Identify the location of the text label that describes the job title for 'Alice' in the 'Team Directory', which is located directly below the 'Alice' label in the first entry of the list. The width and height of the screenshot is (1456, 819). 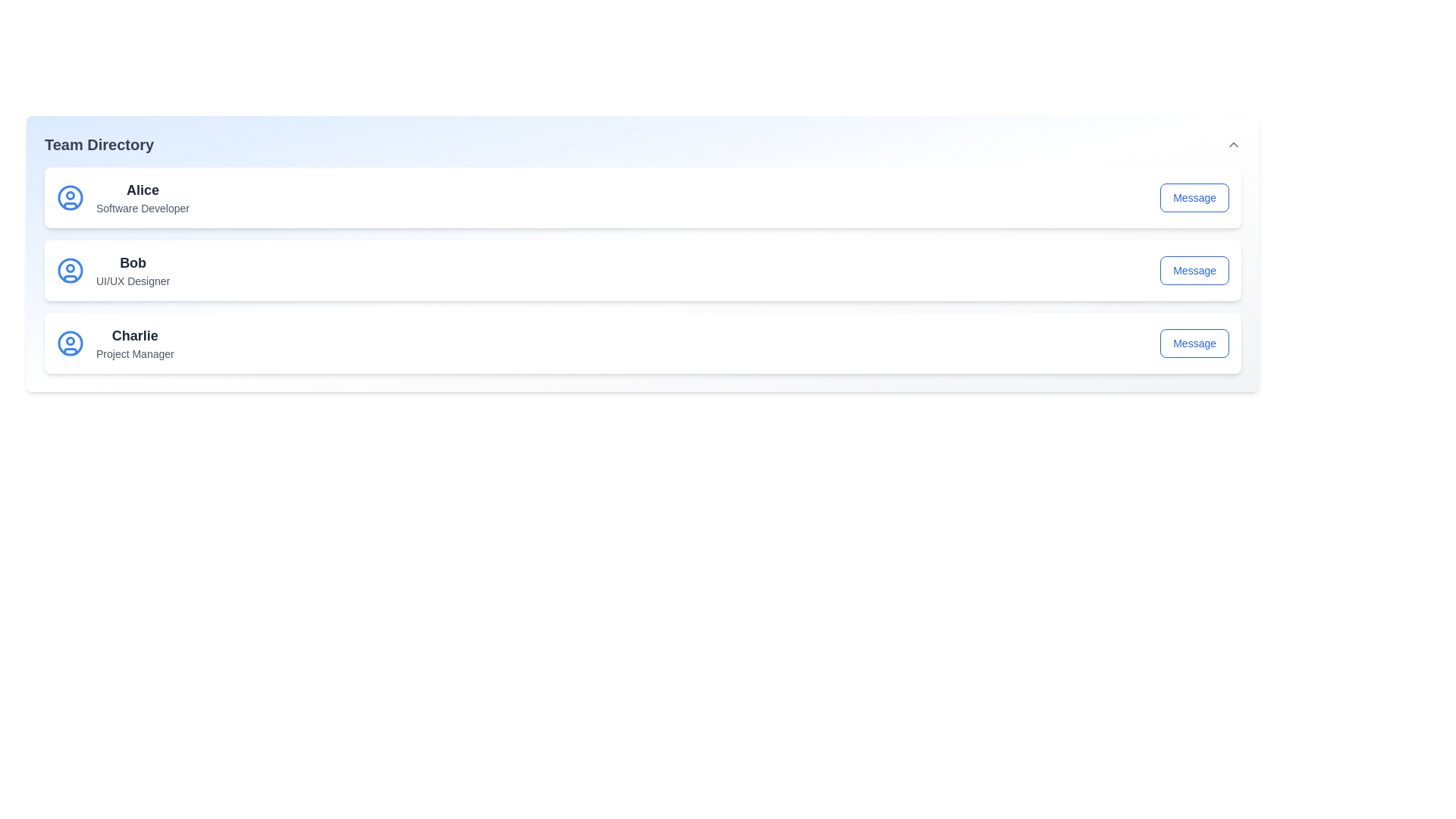
(143, 208).